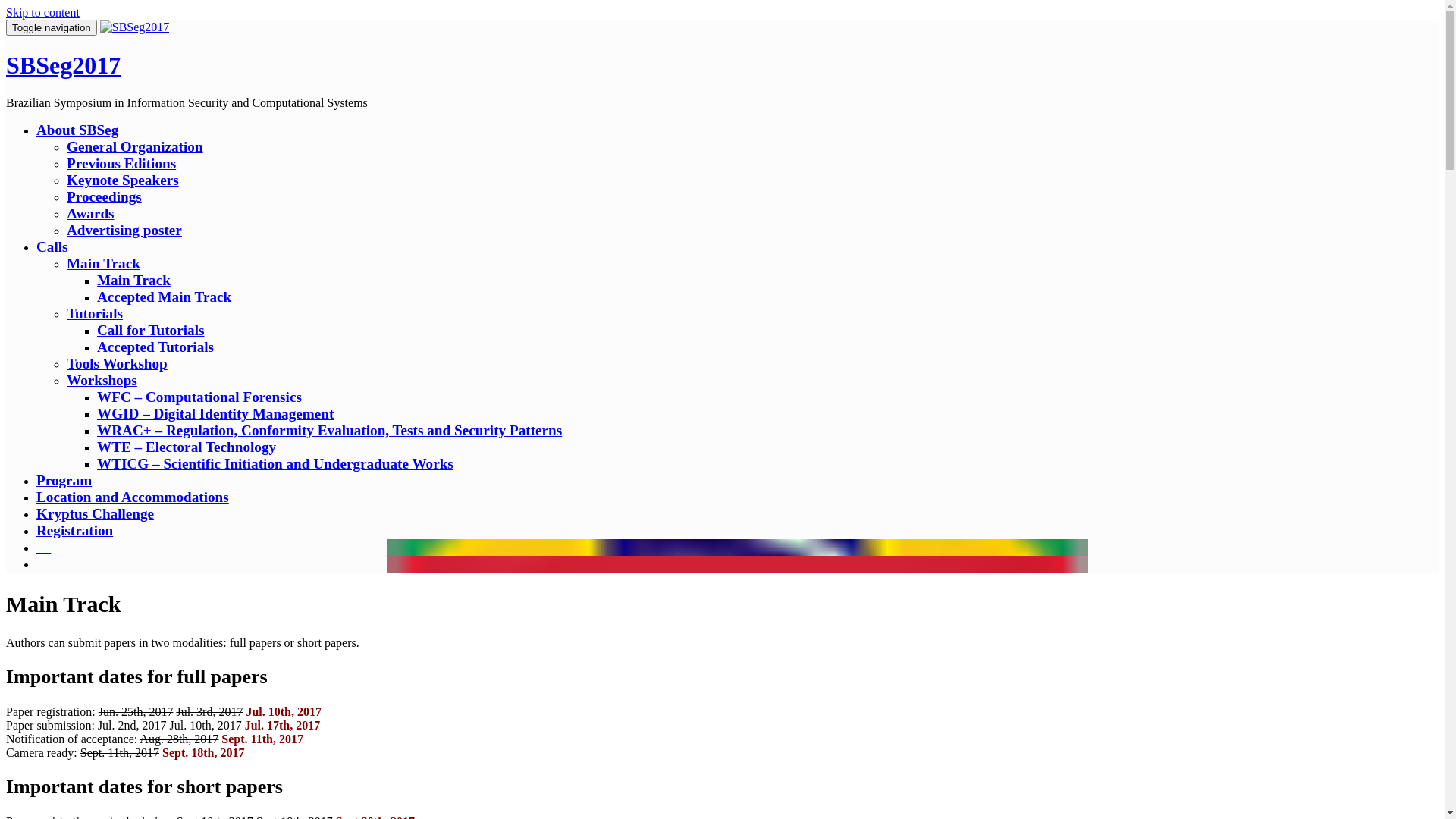 This screenshot has height=819, width=1456. What do you see at coordinates (51, 27) in the screenshot?
I see `'Toggle navigation'` at bounding box center [51, 27].